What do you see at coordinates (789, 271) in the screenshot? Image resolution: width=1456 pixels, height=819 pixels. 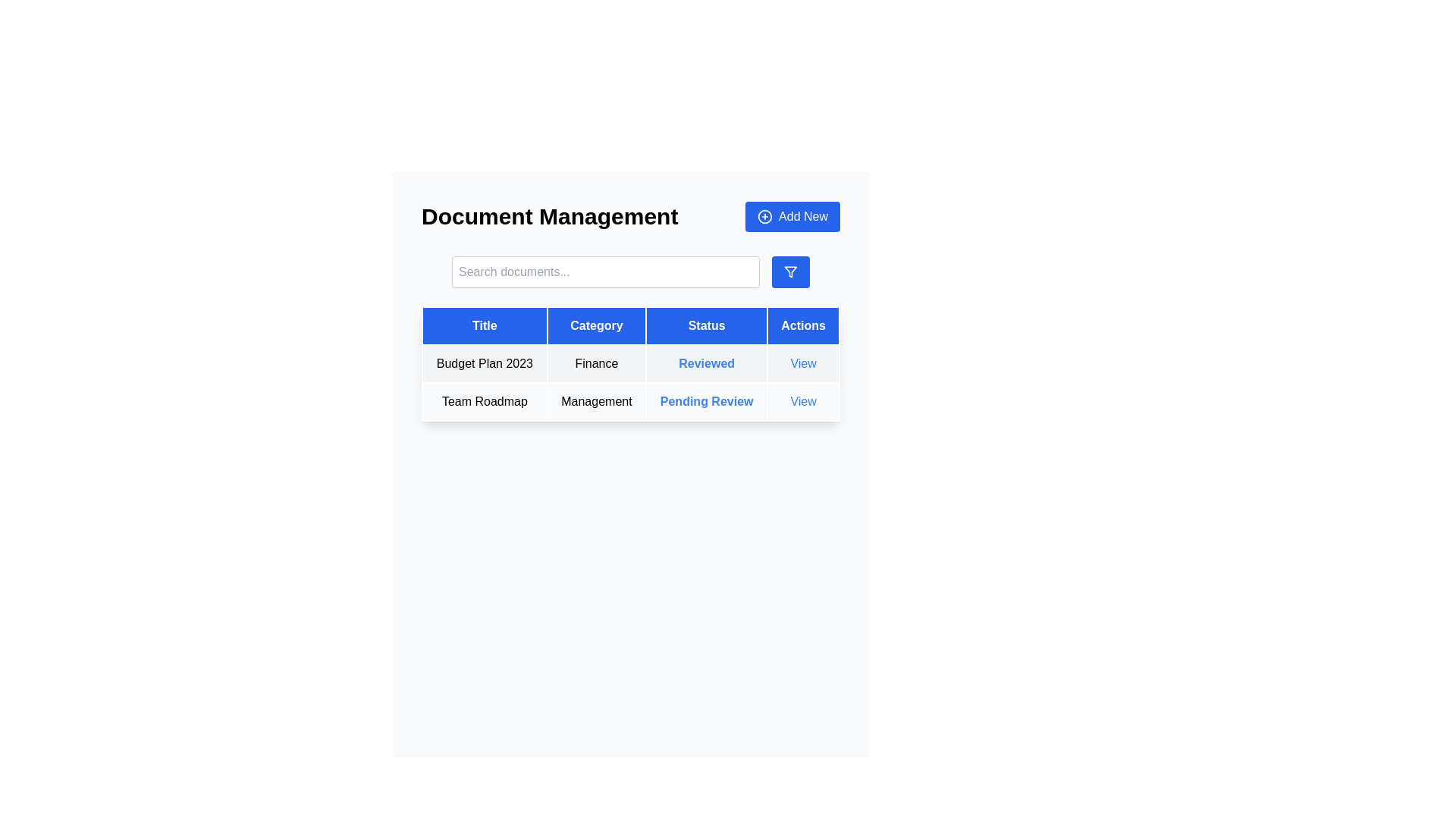 I see `the funnel-shaped filter icon contained within a bright blue button` at bounding box center [789, 271].